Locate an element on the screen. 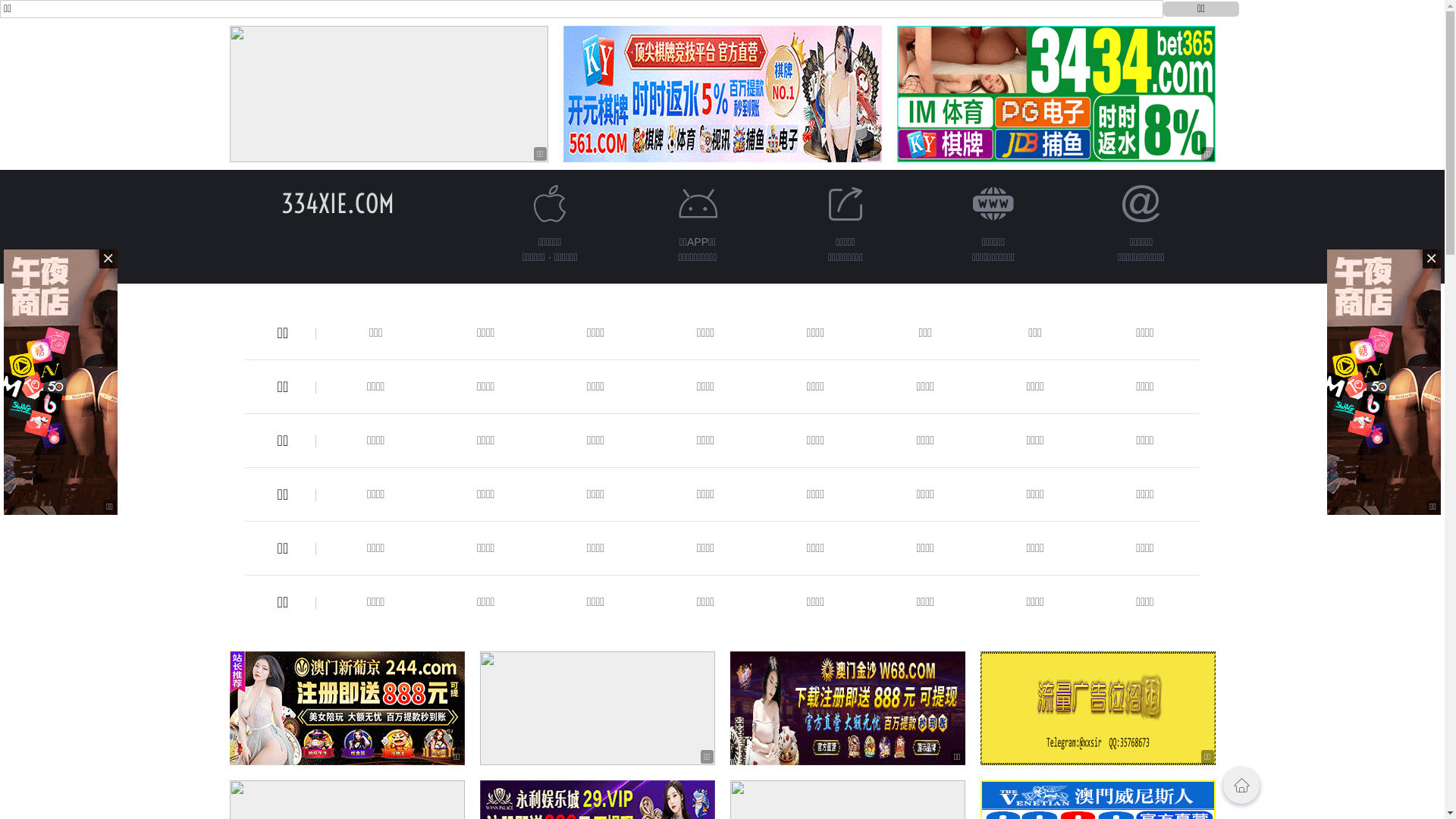 The image size is (1456, 819). '334XIE.COM' is located at coordinates (337, 202).